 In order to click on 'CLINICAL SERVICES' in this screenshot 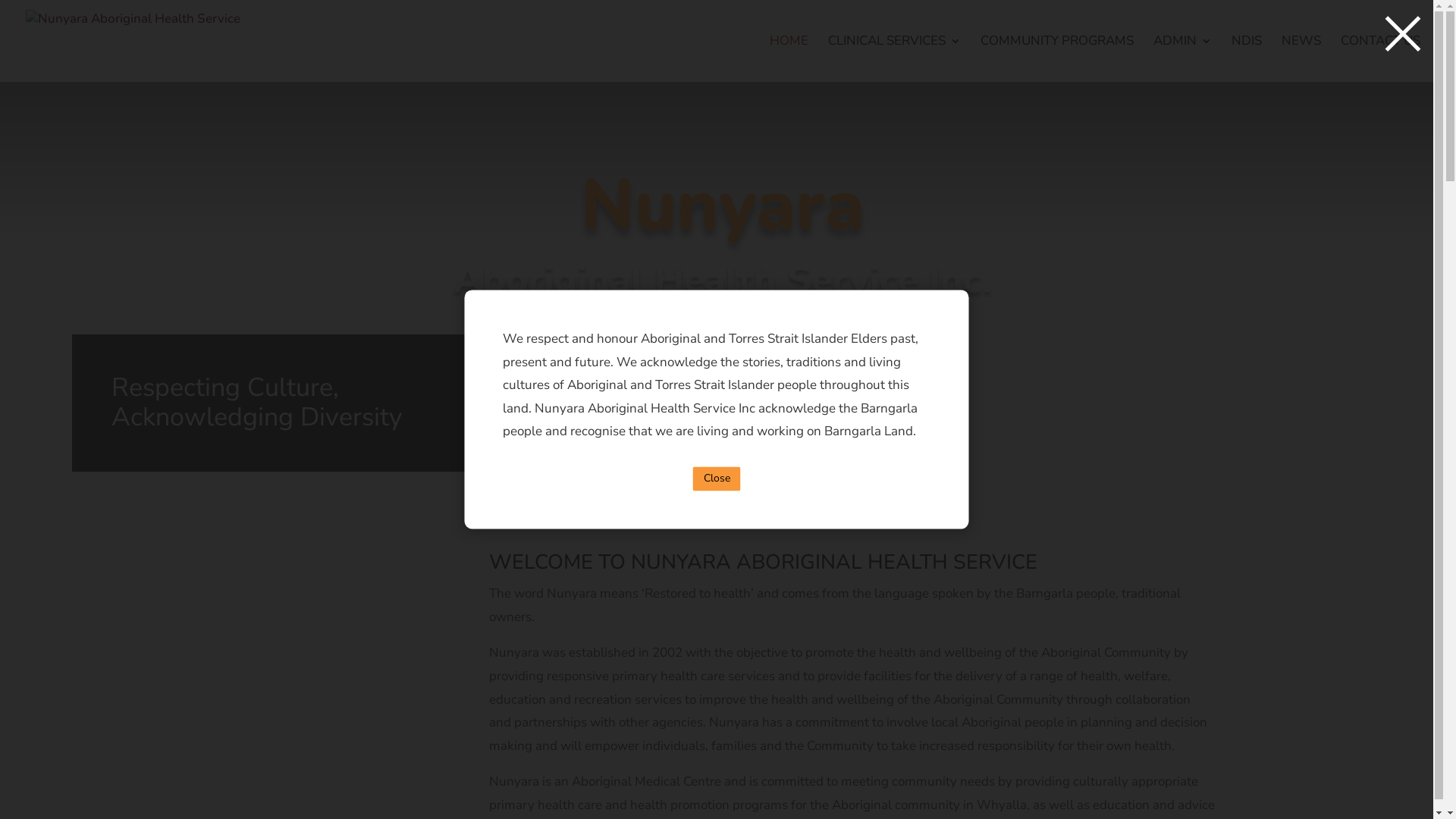, I will do `click(827, 58)`.